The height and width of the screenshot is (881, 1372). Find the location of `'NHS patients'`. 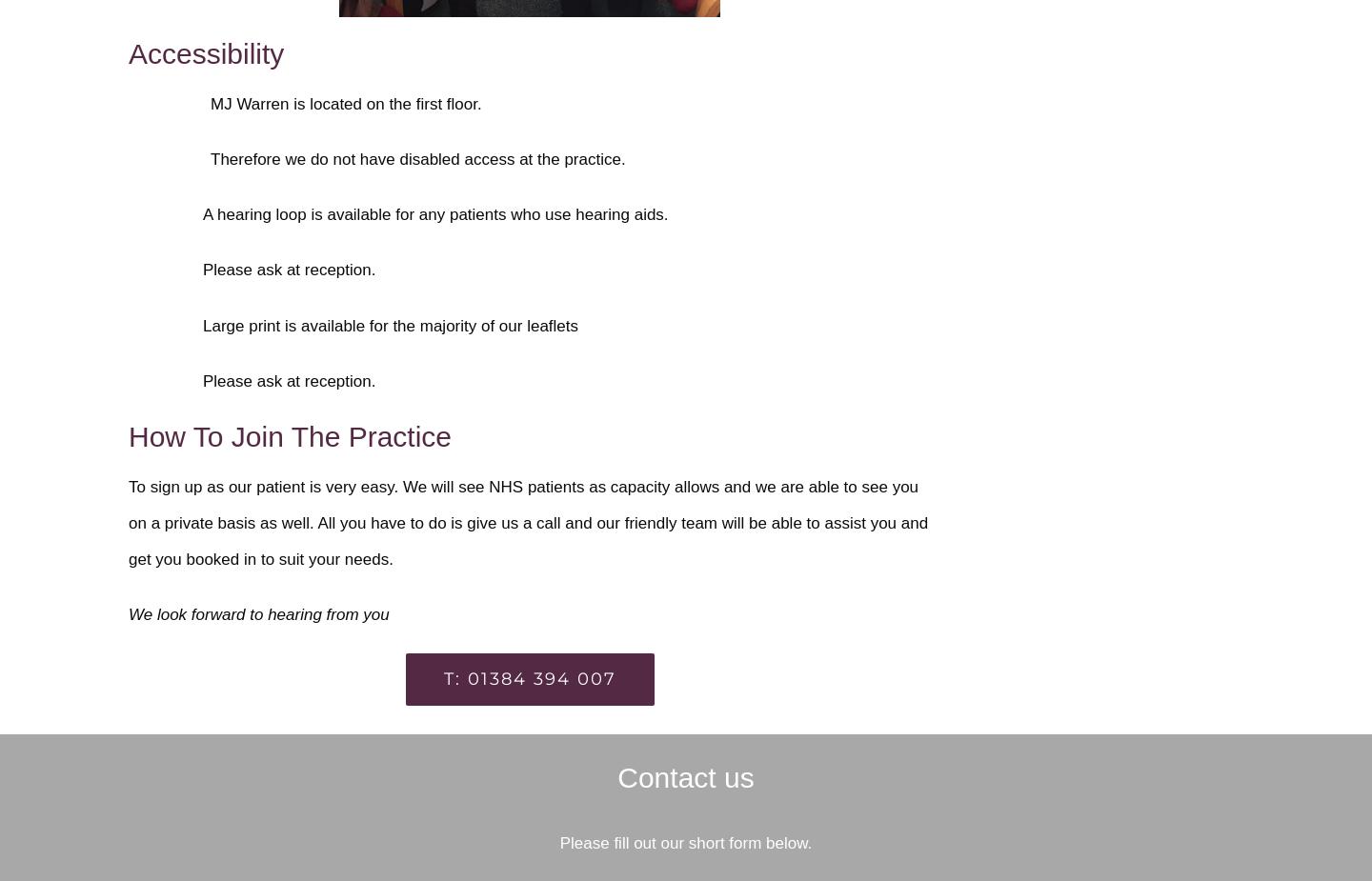

'NHS patients' is located at coordinates (488, 486).